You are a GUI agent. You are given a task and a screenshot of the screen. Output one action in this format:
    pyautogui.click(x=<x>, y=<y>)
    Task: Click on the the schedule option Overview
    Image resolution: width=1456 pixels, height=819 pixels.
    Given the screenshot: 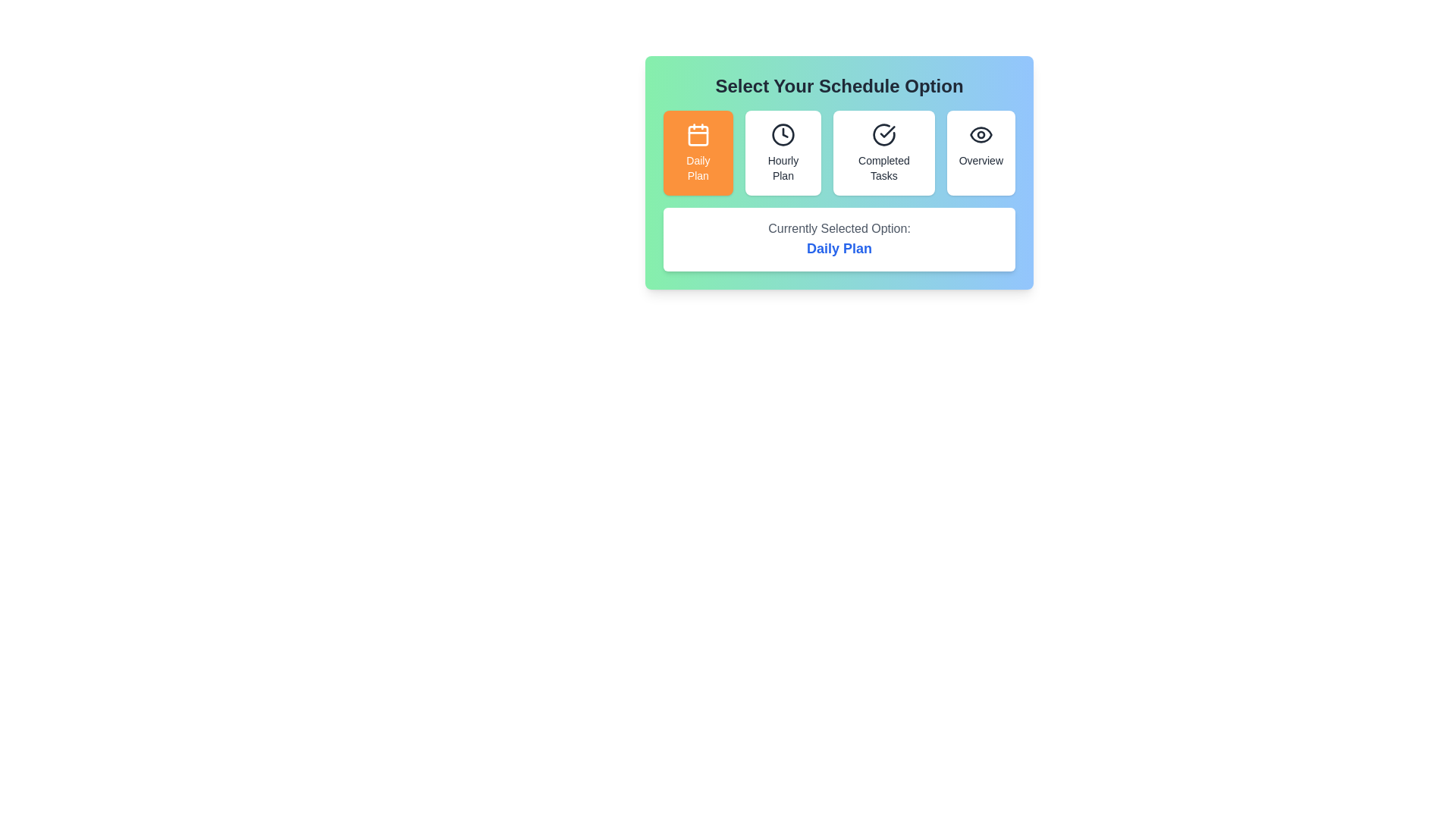 What is the action you would take?
    pyautogui.click(x=981, y=152)
    